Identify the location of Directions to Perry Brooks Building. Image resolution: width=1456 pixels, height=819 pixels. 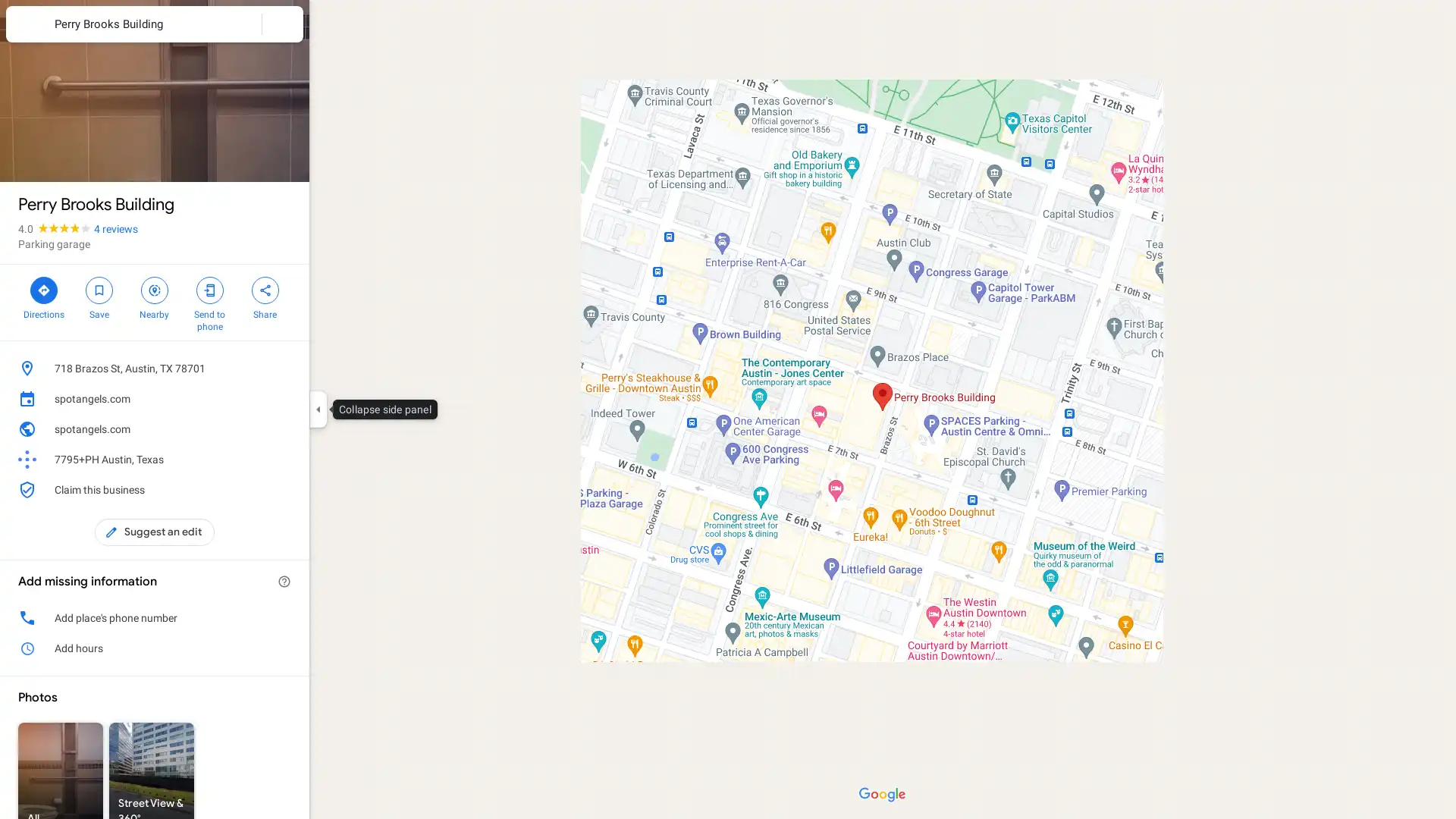
(43, 296).